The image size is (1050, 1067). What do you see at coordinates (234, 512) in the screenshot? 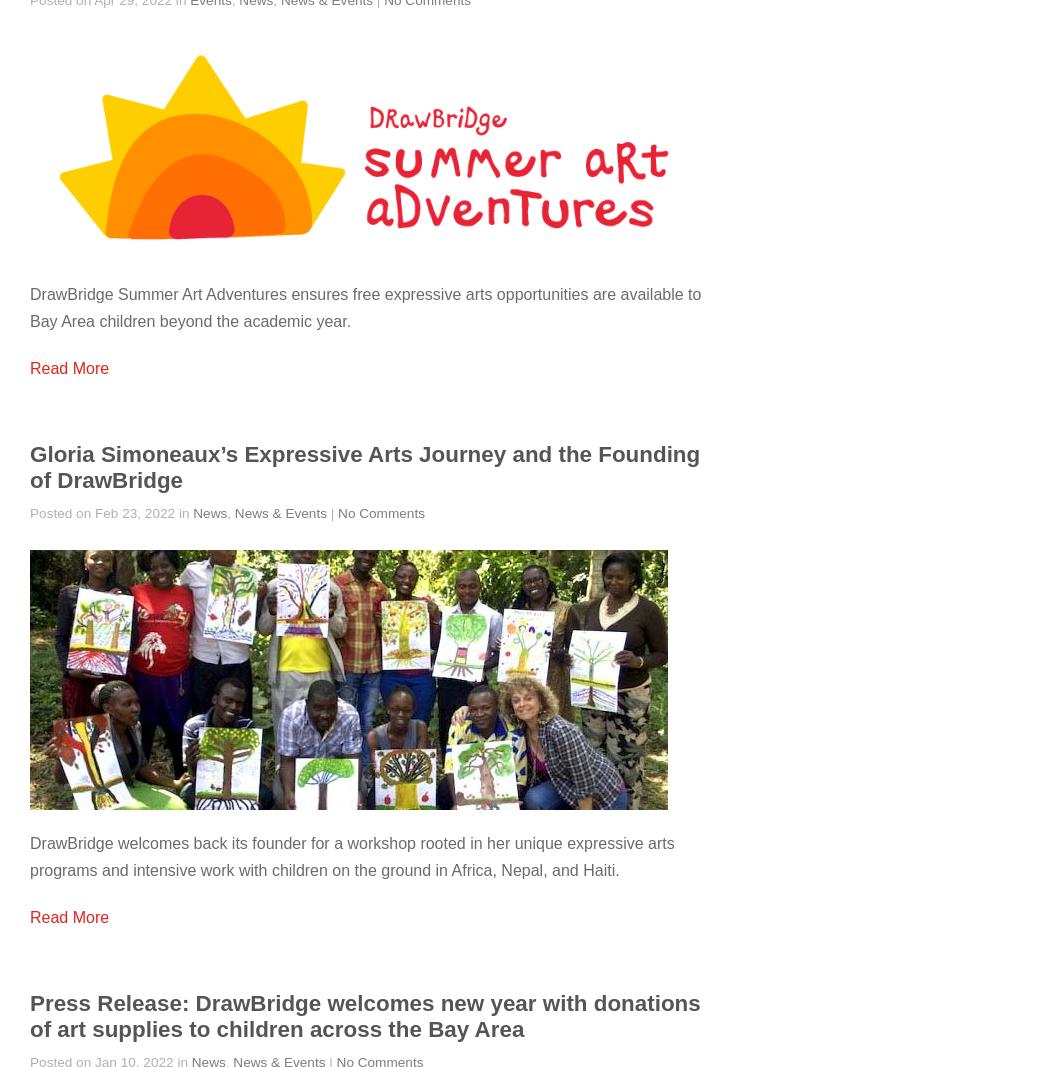
I see `'News & Events'` at bounding box center [234, 512].